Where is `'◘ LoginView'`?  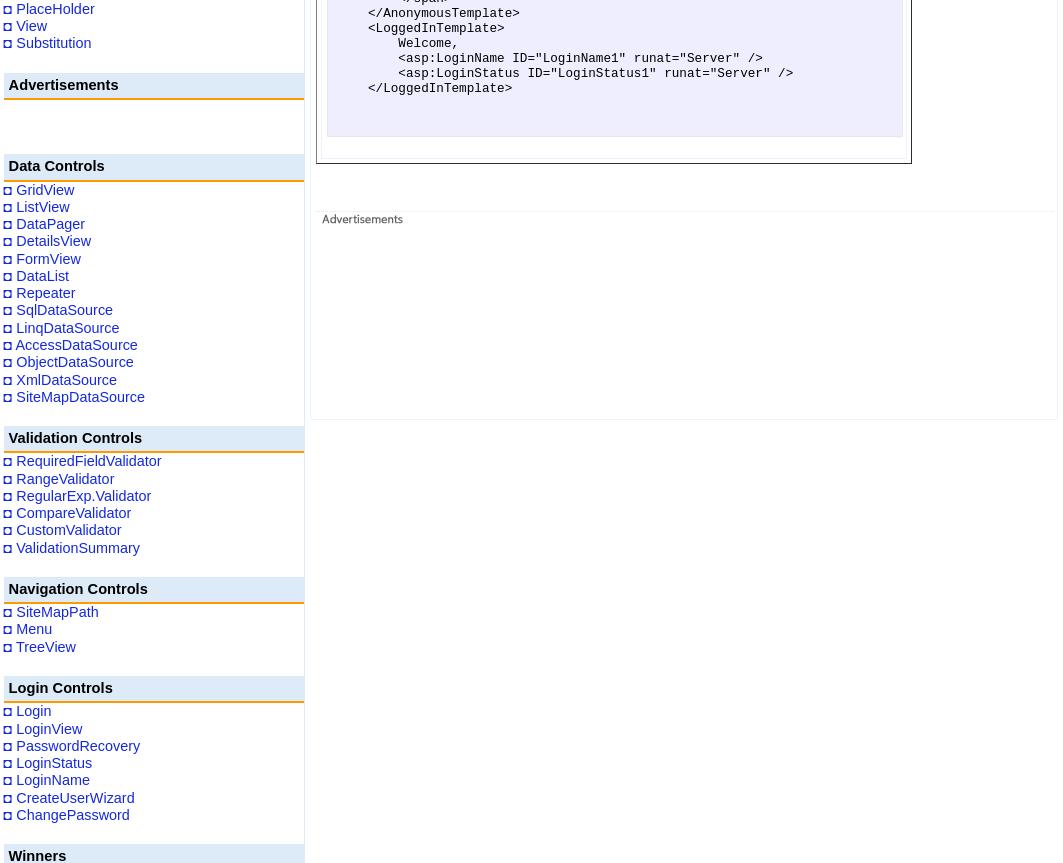 '◘ LoginView' is located at coordinates (42, 728).